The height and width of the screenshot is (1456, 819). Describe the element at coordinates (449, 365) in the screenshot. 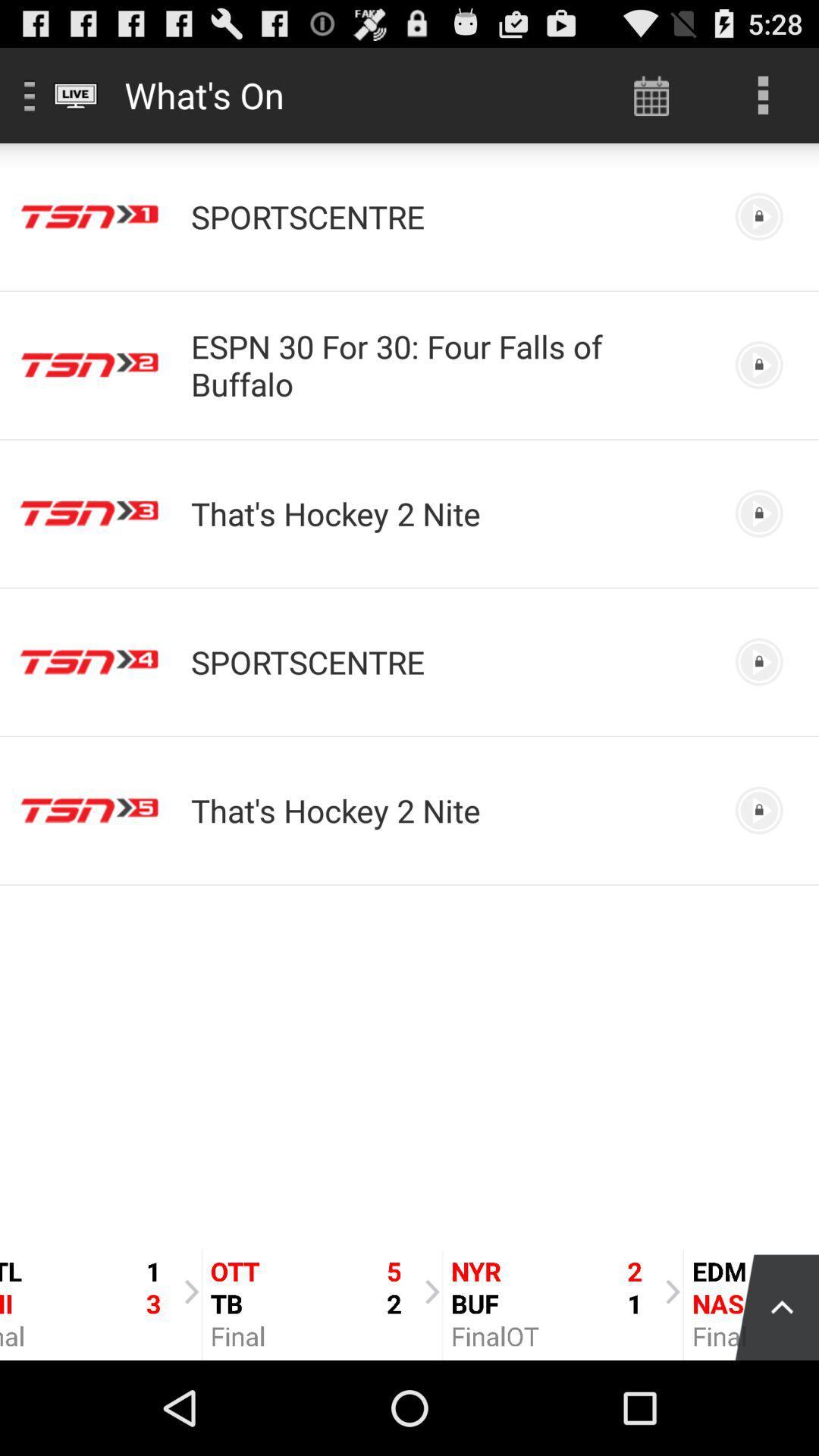

I see `espn 30 for icon` at that location.